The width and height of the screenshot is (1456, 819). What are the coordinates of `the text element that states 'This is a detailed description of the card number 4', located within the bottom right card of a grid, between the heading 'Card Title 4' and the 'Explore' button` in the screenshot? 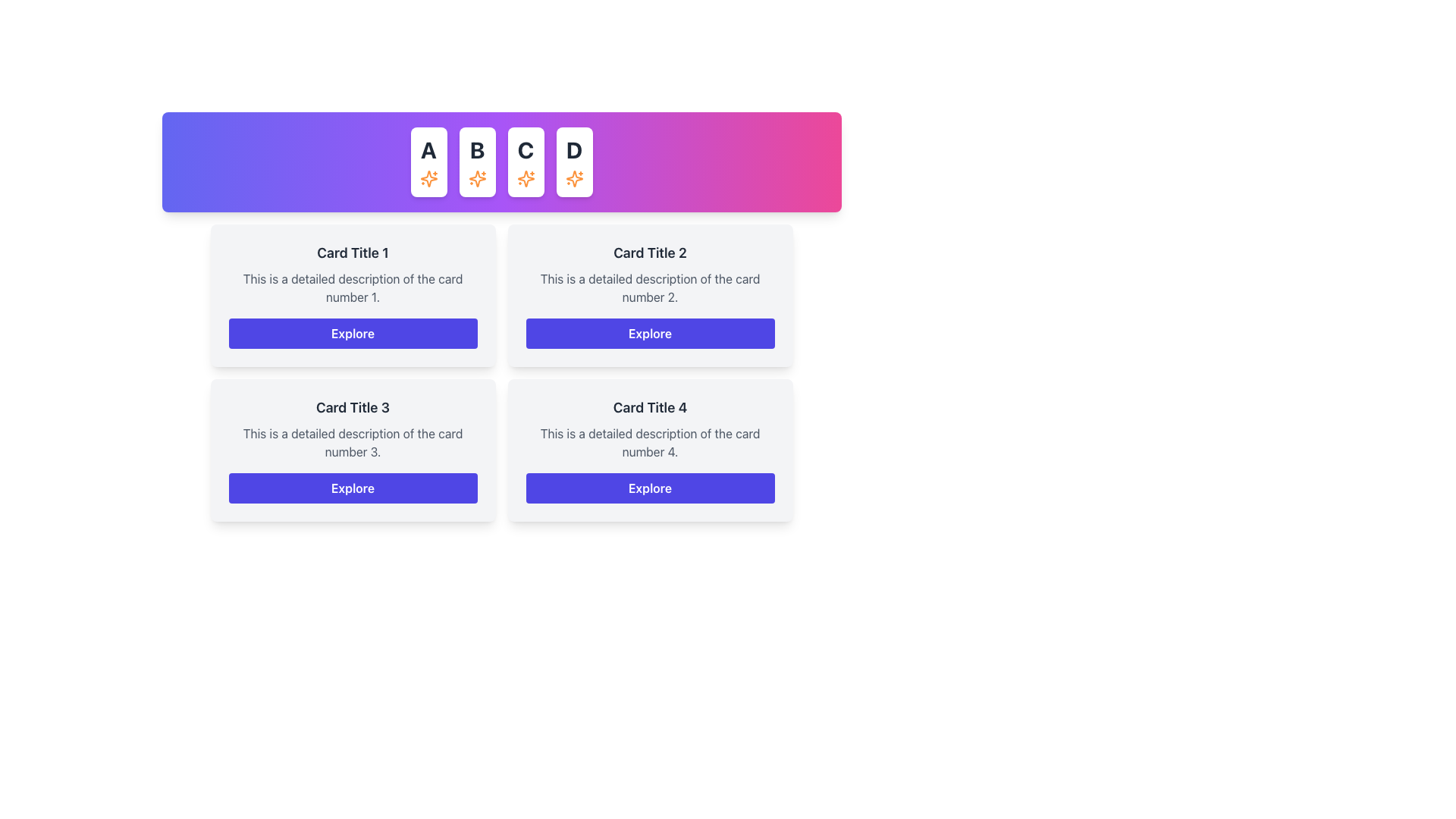 It's located at (650, 442).